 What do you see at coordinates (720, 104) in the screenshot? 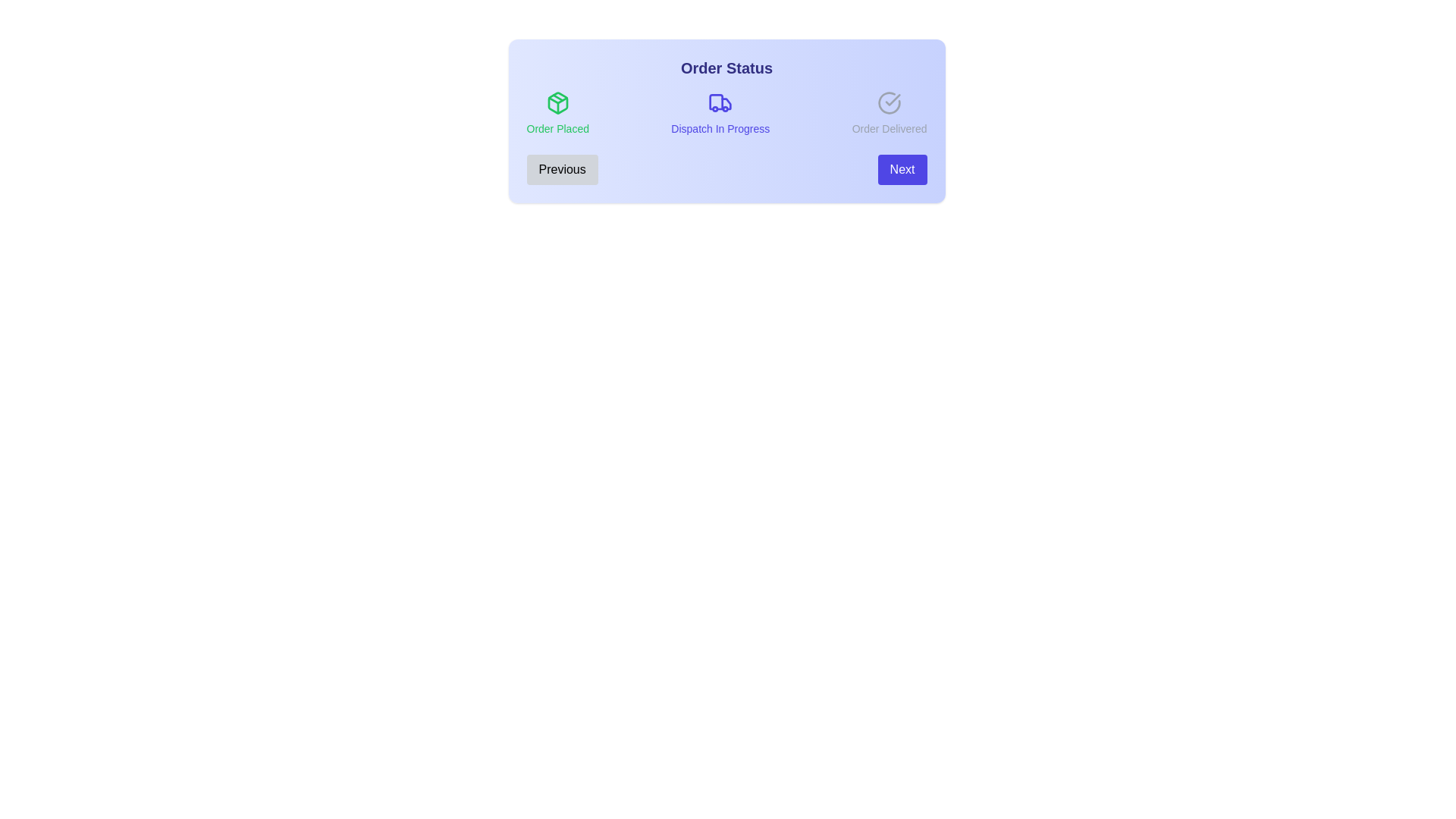
I see `the state of the Progress Indicator located below the truck icon and above the text 'Dispatch In Progress'` at bounding box center [720, 104].